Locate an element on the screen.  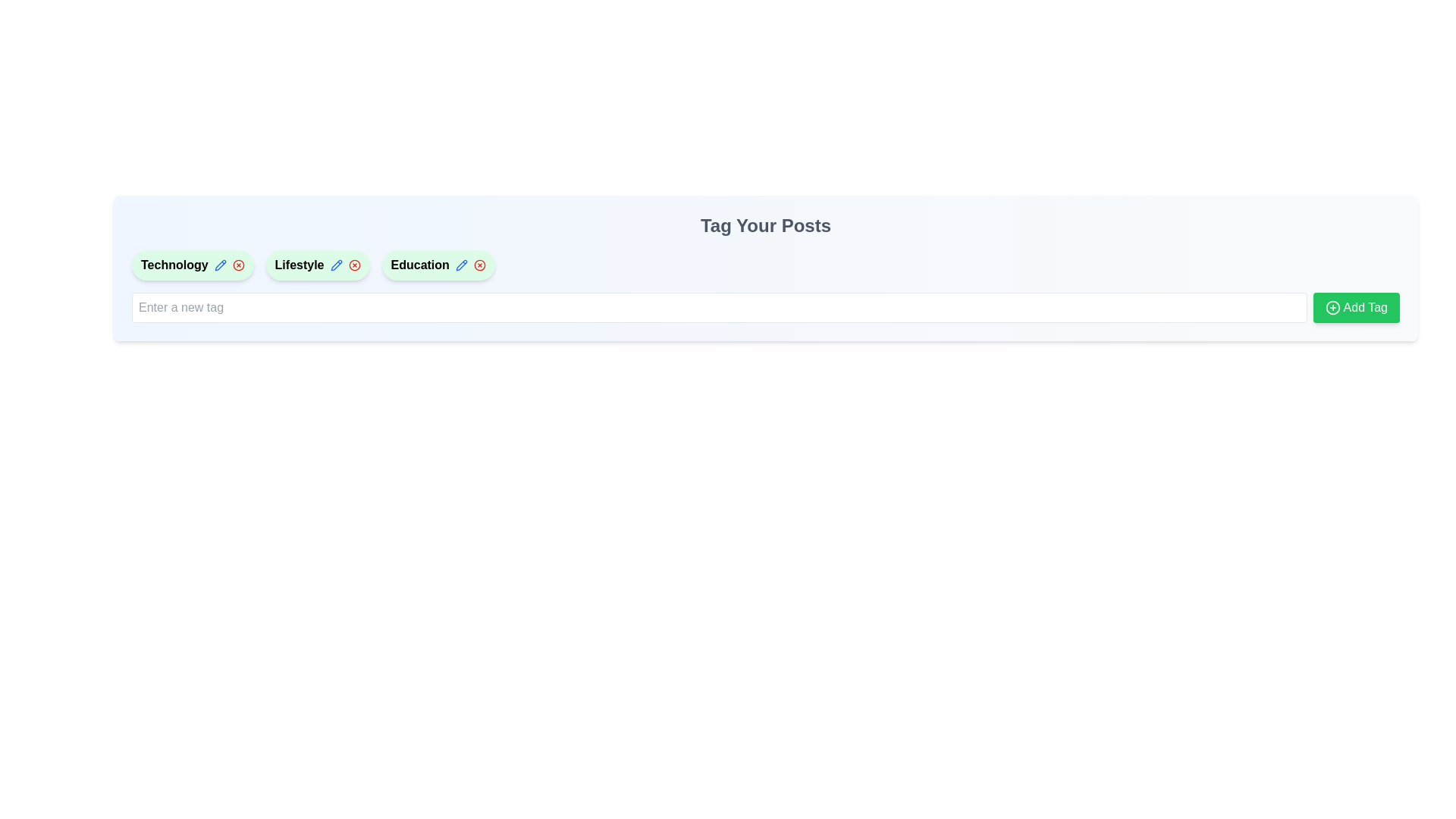
the static text label displaying the word 'Technology', which is styled with a bold font and a light green pill-shaped background, located under the title 'Tag Your Posts' is located at coordinates (174, 265).